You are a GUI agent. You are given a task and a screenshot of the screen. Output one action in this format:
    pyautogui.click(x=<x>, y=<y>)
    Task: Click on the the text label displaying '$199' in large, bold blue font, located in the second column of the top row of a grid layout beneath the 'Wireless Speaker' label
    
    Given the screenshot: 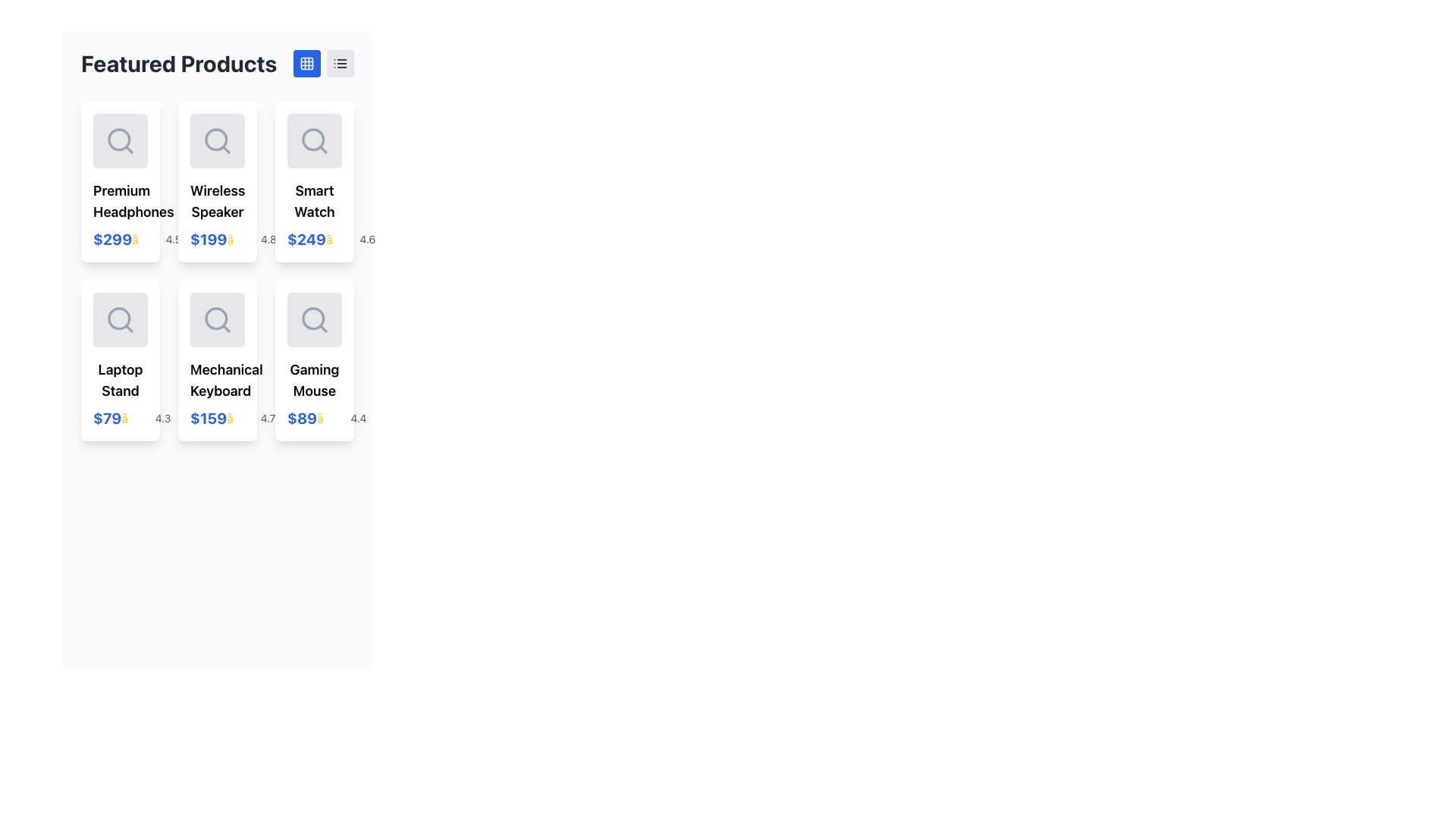 What is the action you would take?
    pyautogui.click(x=208, y=239)
    